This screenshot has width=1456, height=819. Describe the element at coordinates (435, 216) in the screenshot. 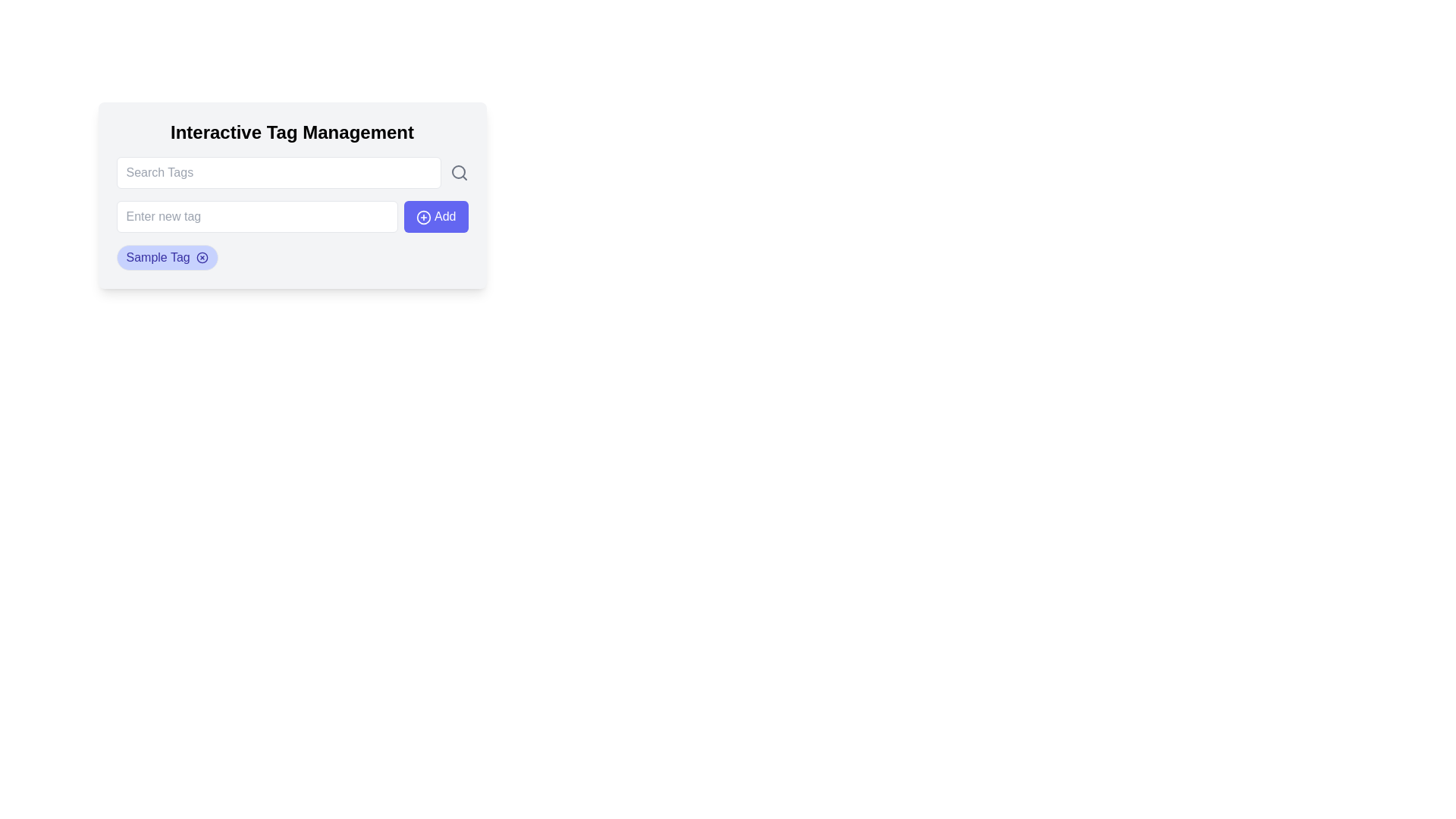

I see `the 'Add' button, which is a rectangular button with rounded corners, vibrant indigo background, and white text, located to the right of the 'Enter new tag' input field` at that location.